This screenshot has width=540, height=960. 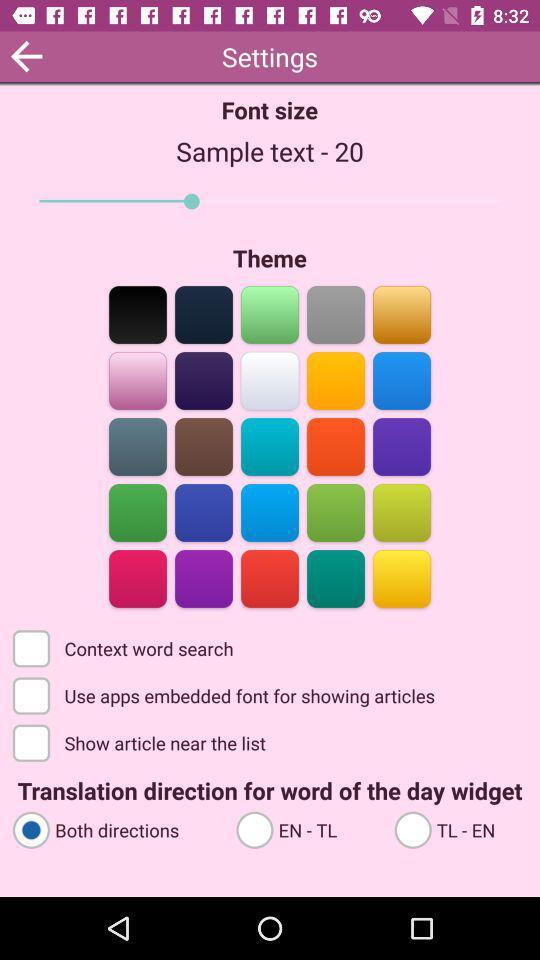 What do you see at coordinates (401, 577) in the screenshot?
I see `this color` at bounding box center [401, 577].